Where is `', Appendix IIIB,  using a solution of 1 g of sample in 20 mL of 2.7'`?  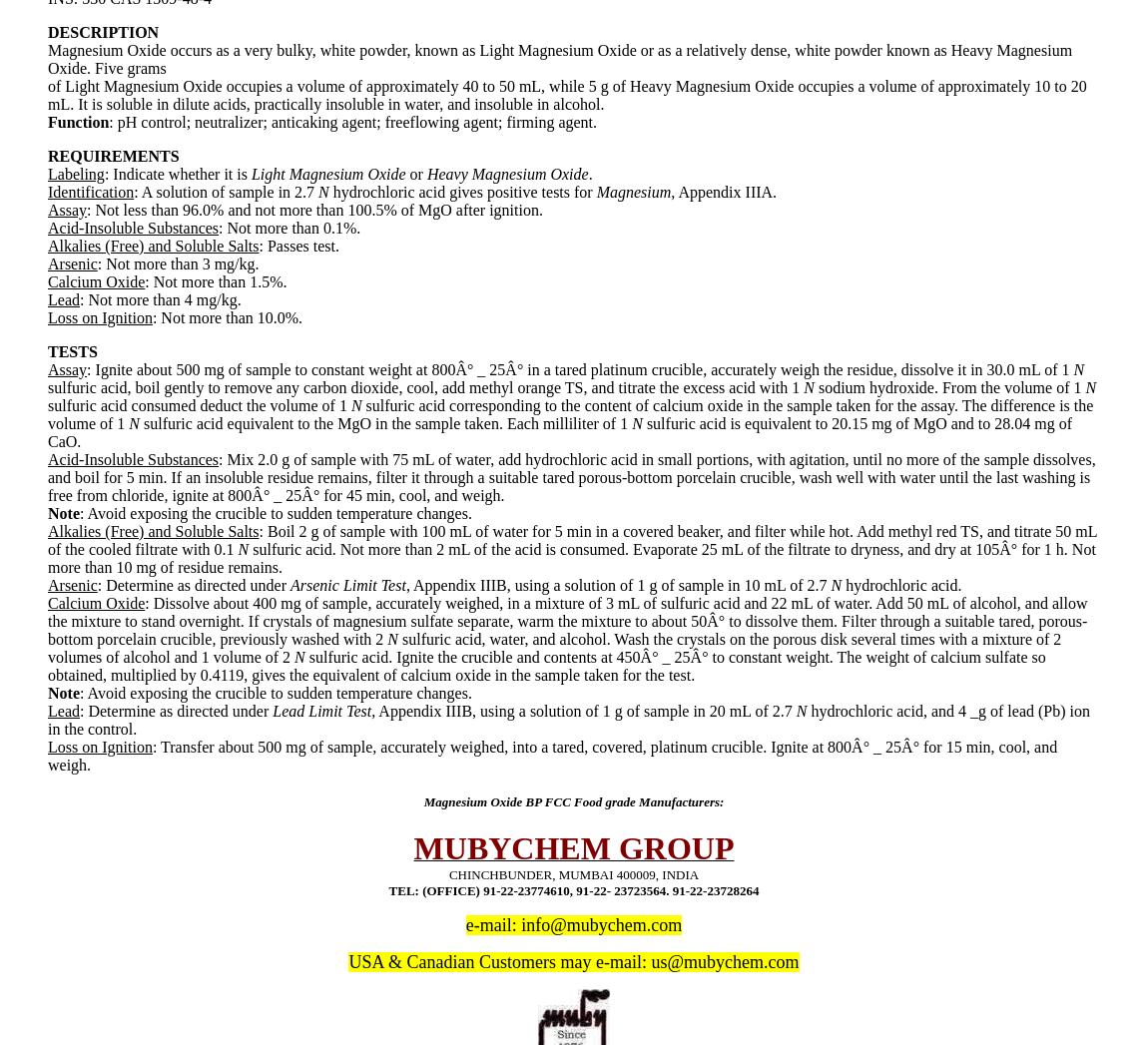 ', Appendix IIIB,  using a solution of 1 g of sample in 20 mL of 2.7' is located at coordinates (582, 709).